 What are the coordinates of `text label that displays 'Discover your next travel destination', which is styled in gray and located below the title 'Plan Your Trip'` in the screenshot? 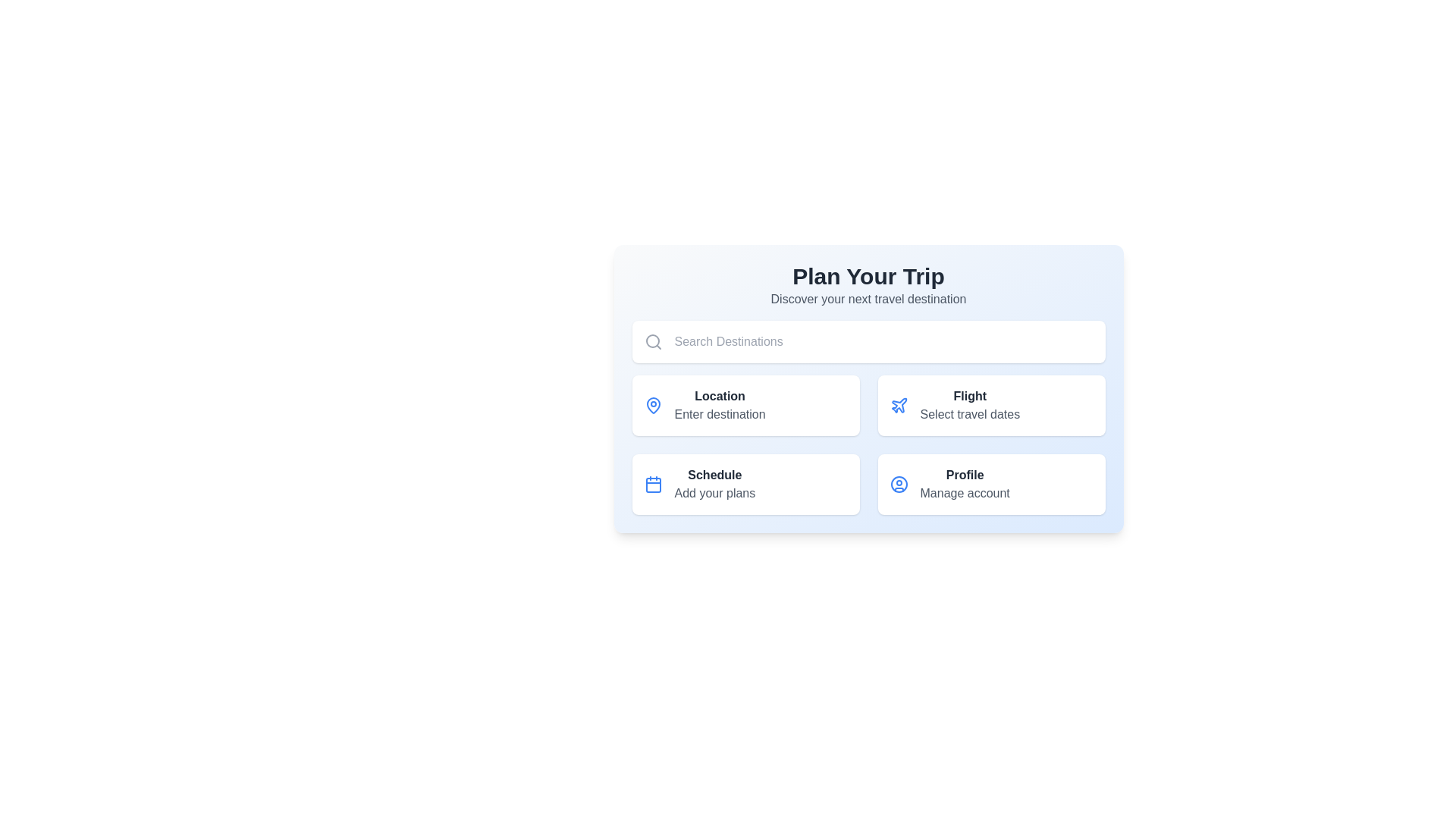 It's located at (868, 299).